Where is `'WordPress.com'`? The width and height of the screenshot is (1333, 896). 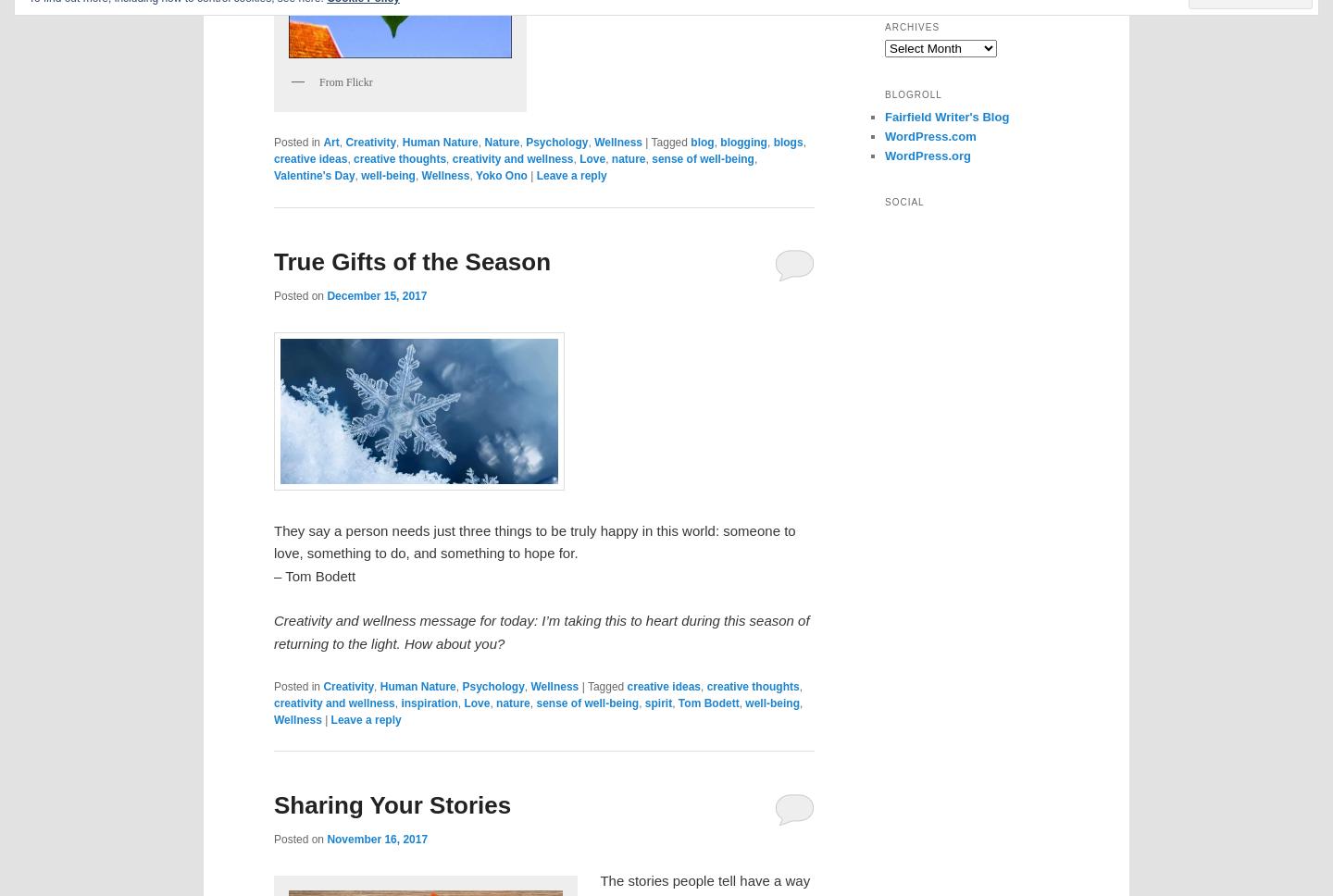 'WordPress.com' is located at coordinates (928, 135).